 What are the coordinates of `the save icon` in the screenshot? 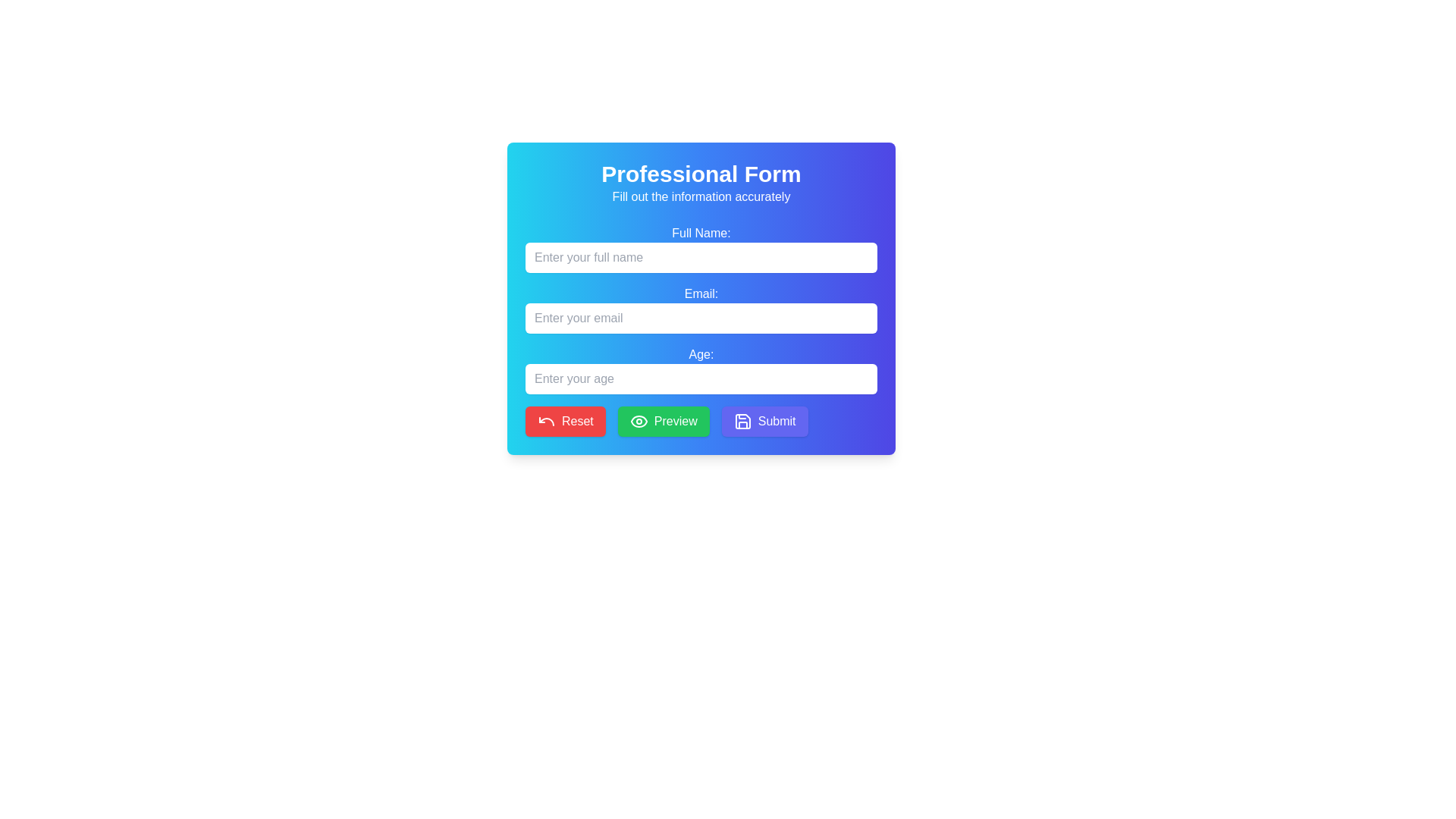 It's located at (742, 421).